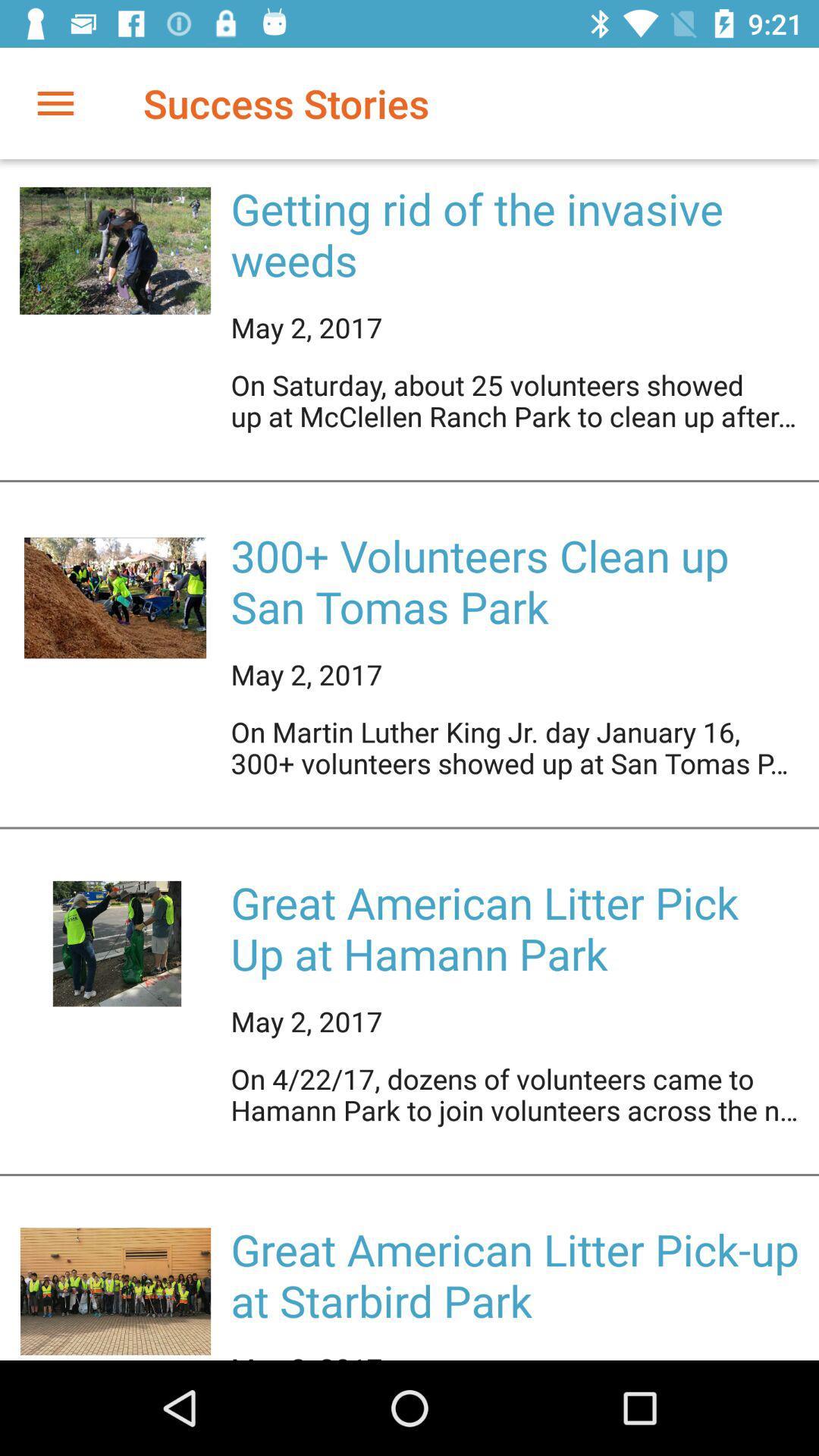  What do you see at coordinates (55, 102) in the screenshot?
I see `options menu` at bounding box center [55, 102].